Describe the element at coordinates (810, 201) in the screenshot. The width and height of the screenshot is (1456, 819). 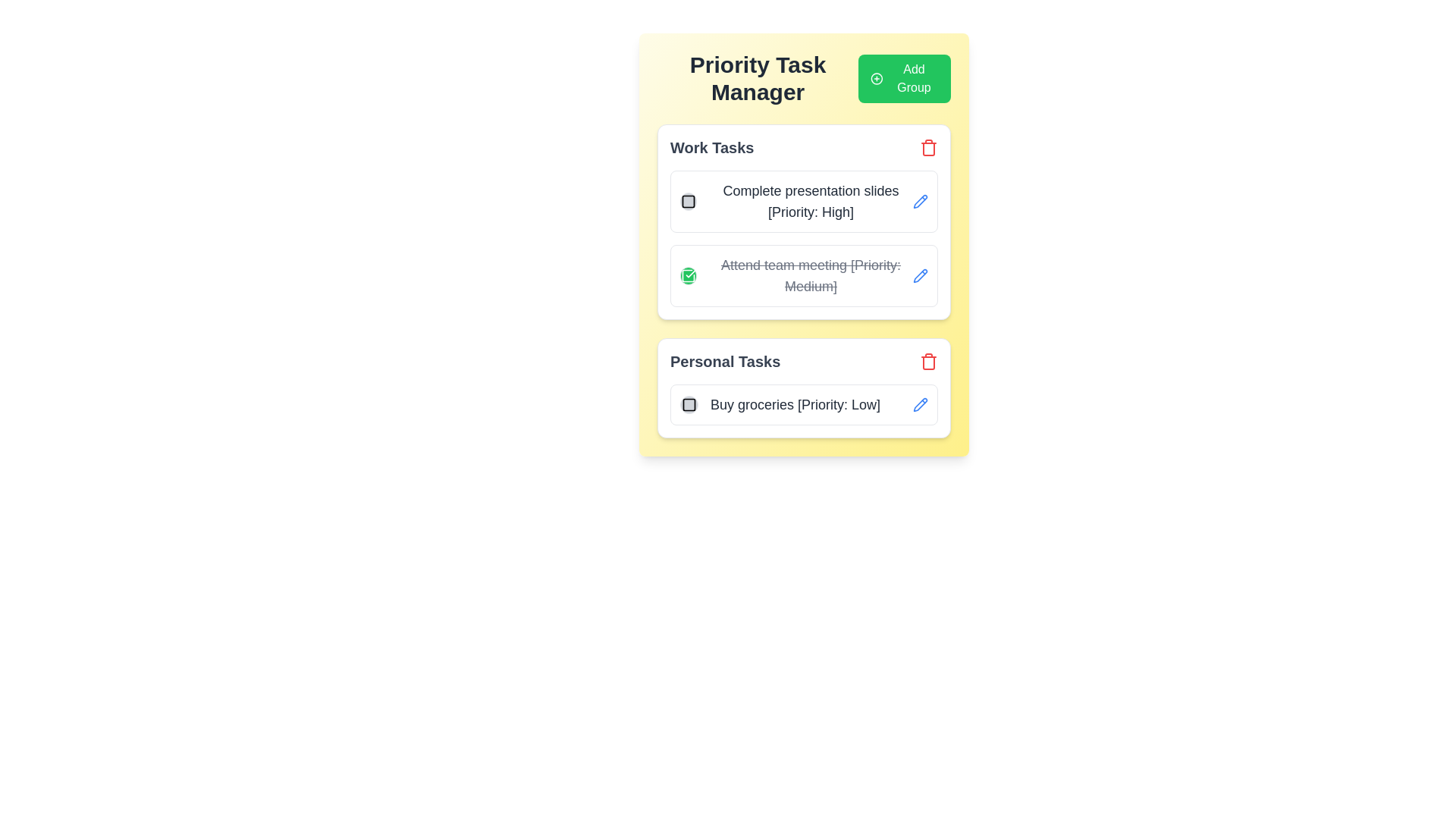
I see `text content of the 'Complete presentation slides' task indicator located in the 'Work Tasks' section of the Priority Task Manager interface` at that location.